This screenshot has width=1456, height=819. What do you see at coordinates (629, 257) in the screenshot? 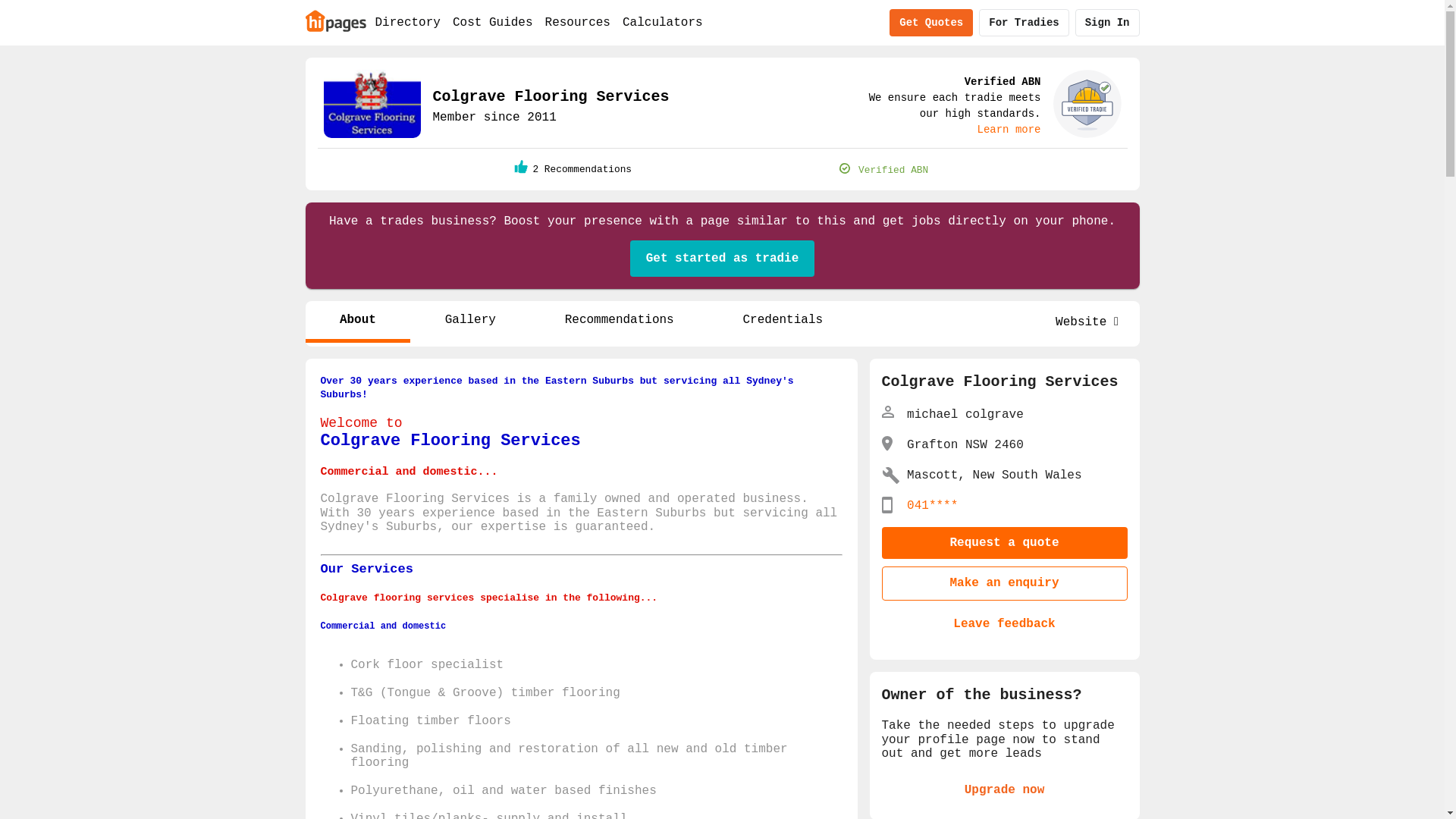
I see `'Get started as tradie'` at bounding box center [629, 257].